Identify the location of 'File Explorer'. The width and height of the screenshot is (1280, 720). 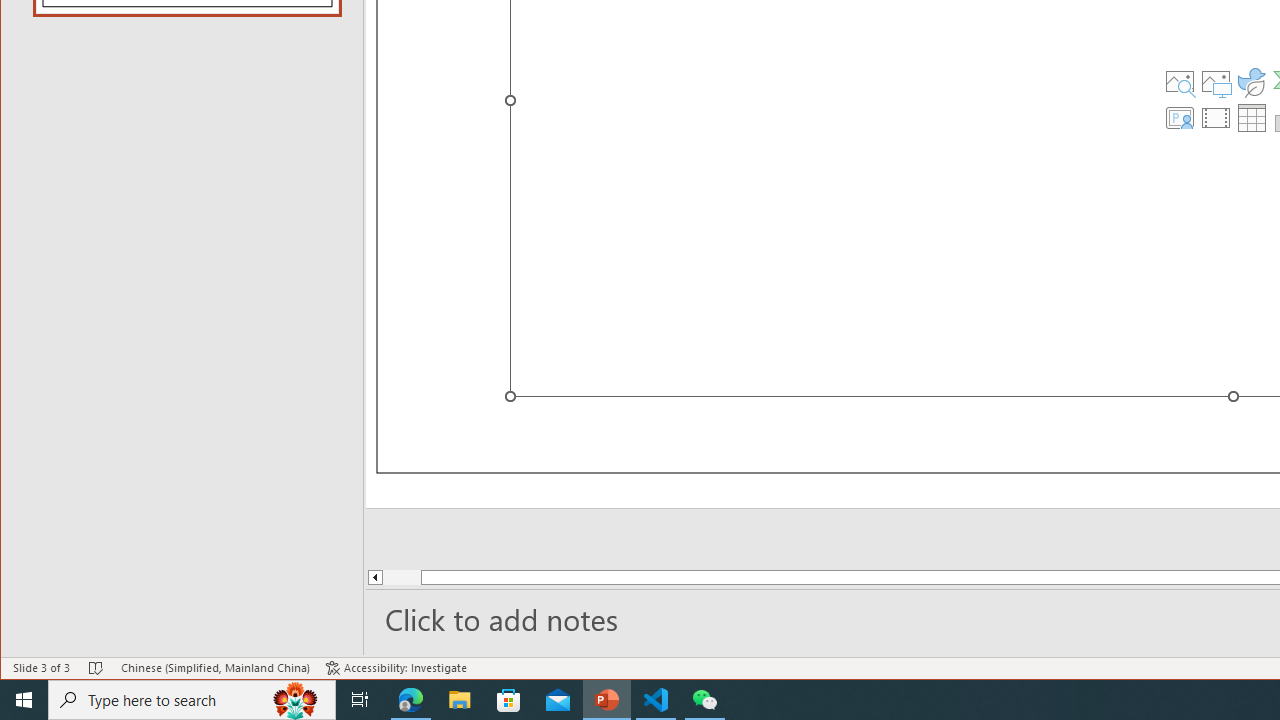
(459, 698).